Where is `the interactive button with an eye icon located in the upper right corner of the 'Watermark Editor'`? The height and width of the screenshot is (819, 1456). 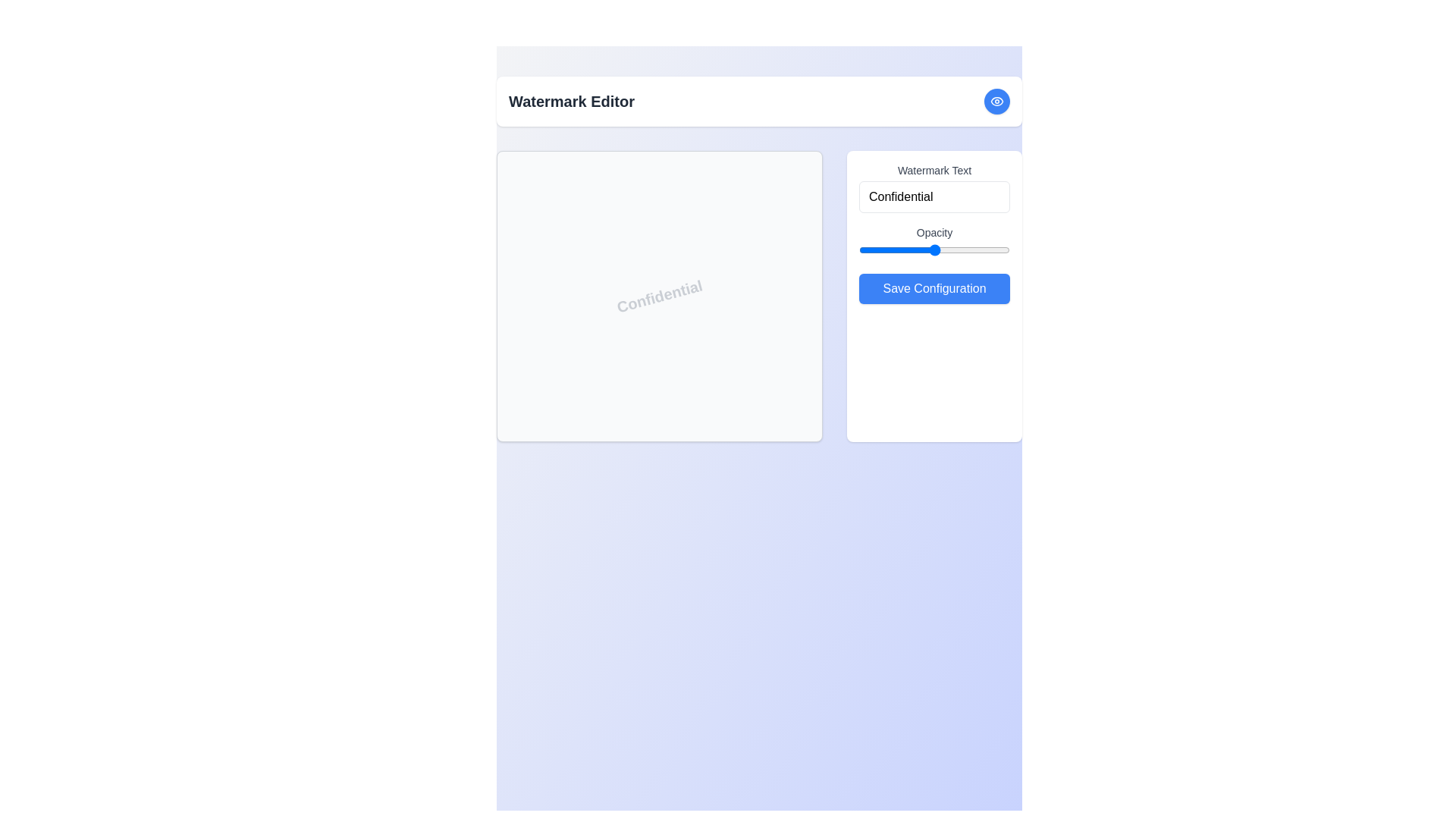 the interactive button with an eye icon located in the upper right corner of the 'Watermark Editor' is located at coordinates (997, 102).